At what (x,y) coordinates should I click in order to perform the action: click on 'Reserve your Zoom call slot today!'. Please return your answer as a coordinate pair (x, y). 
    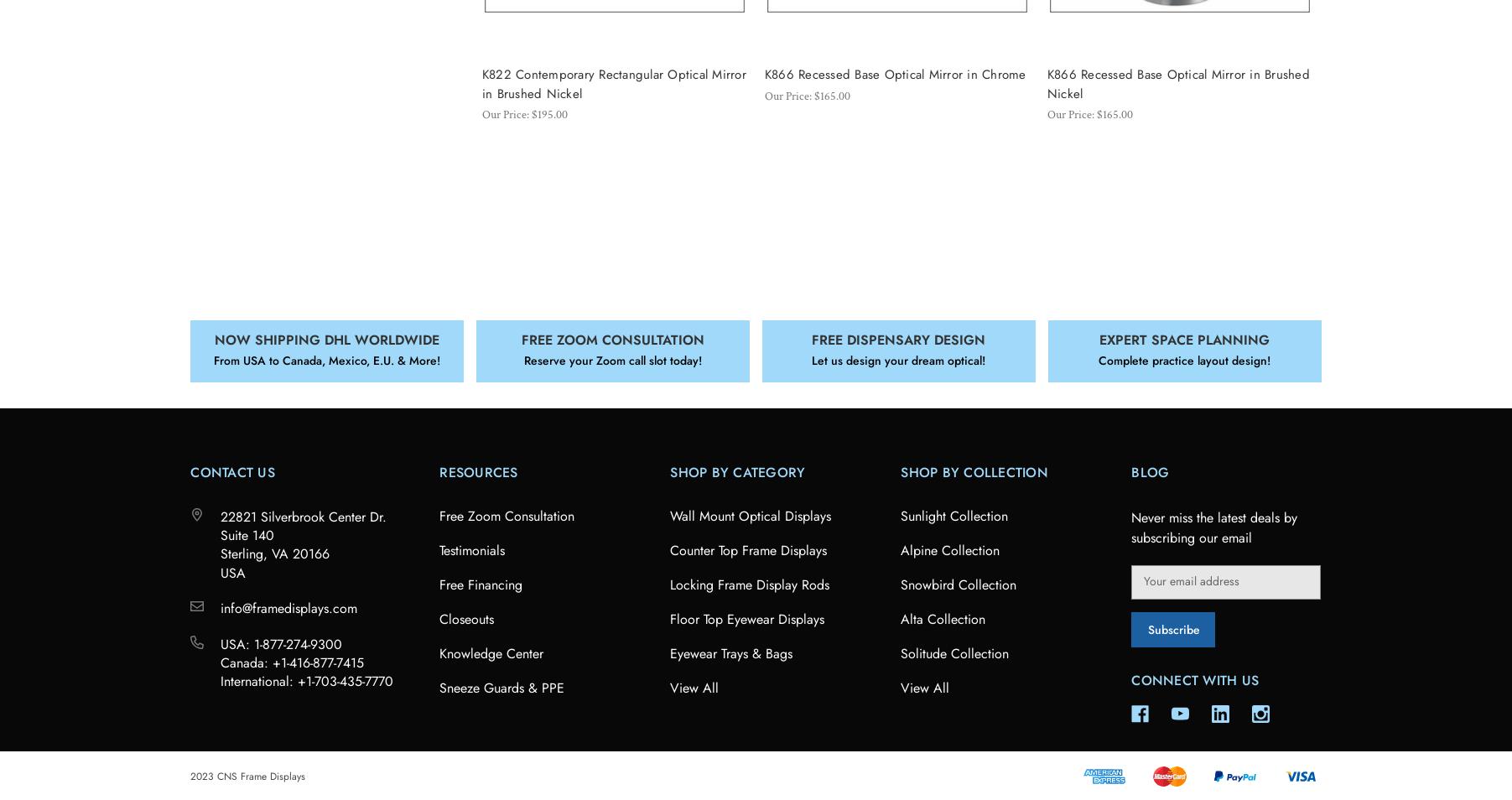
    Looking at the image, I should click on (523, 360).